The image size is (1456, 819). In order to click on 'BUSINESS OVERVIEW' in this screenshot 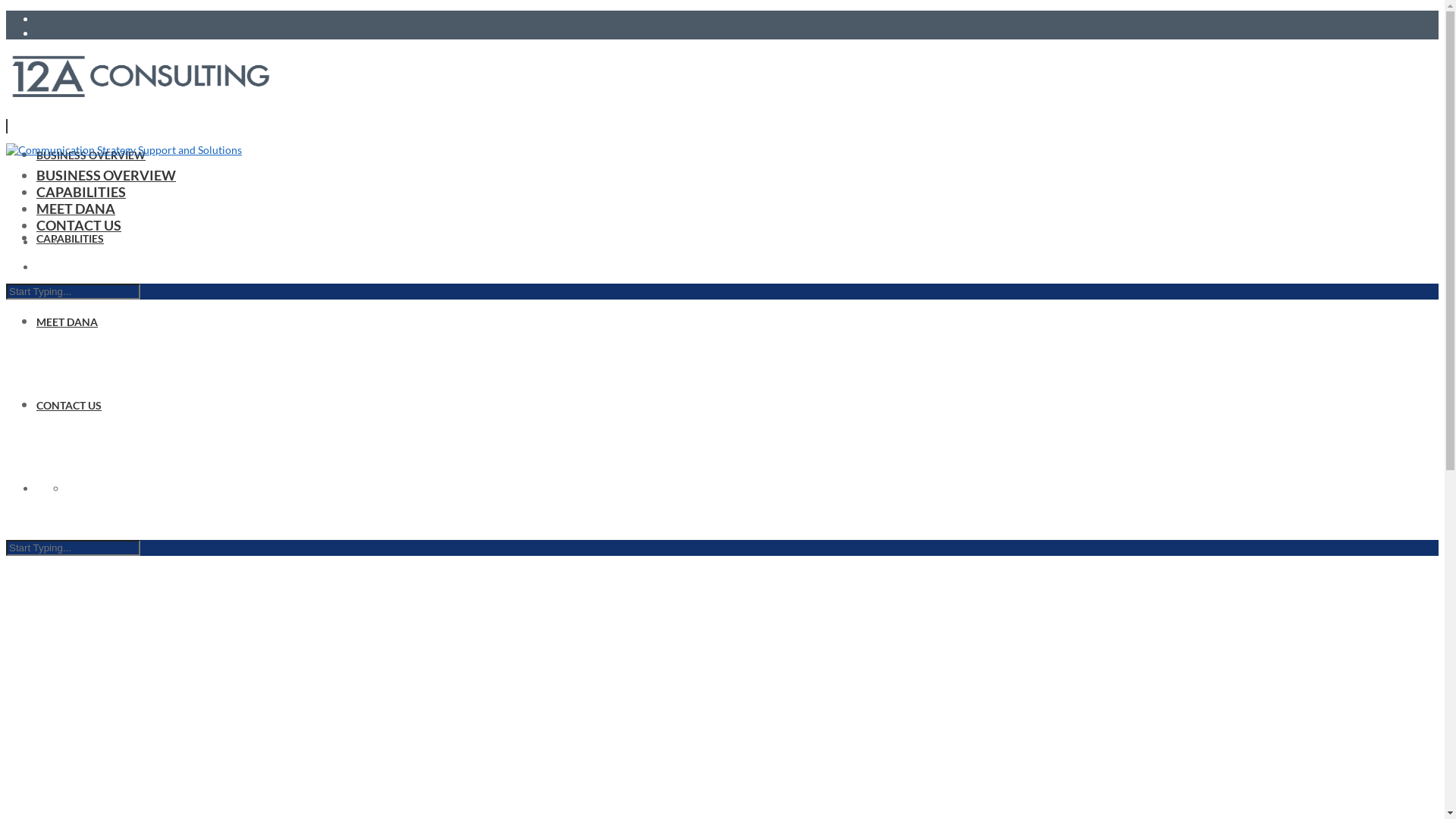, I will do `click(90, 155)`.